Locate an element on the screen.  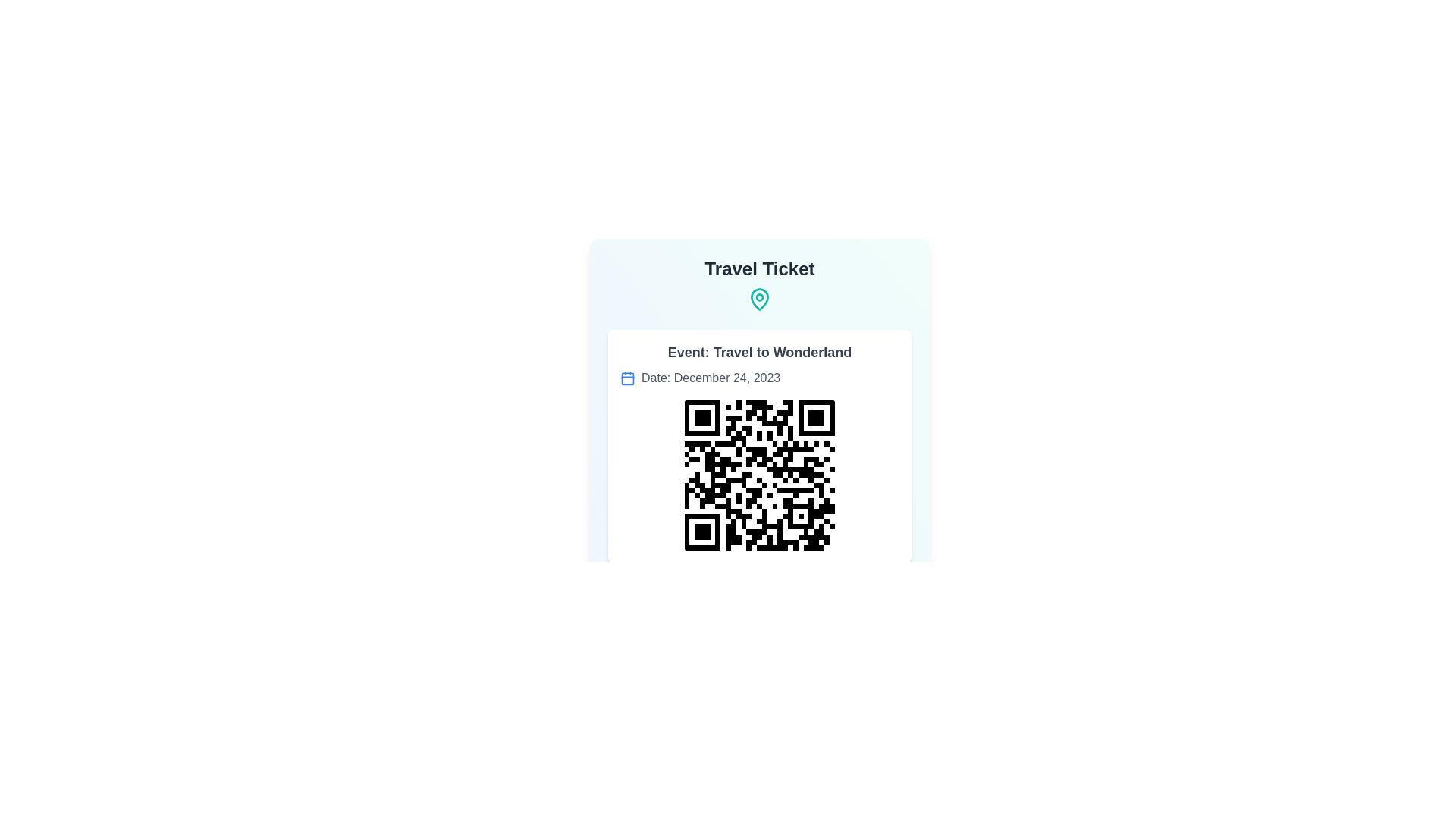
the scannable QR code located centrally in the travel ticket card interface to scan the ticket details is located at coordinates (760, 475).